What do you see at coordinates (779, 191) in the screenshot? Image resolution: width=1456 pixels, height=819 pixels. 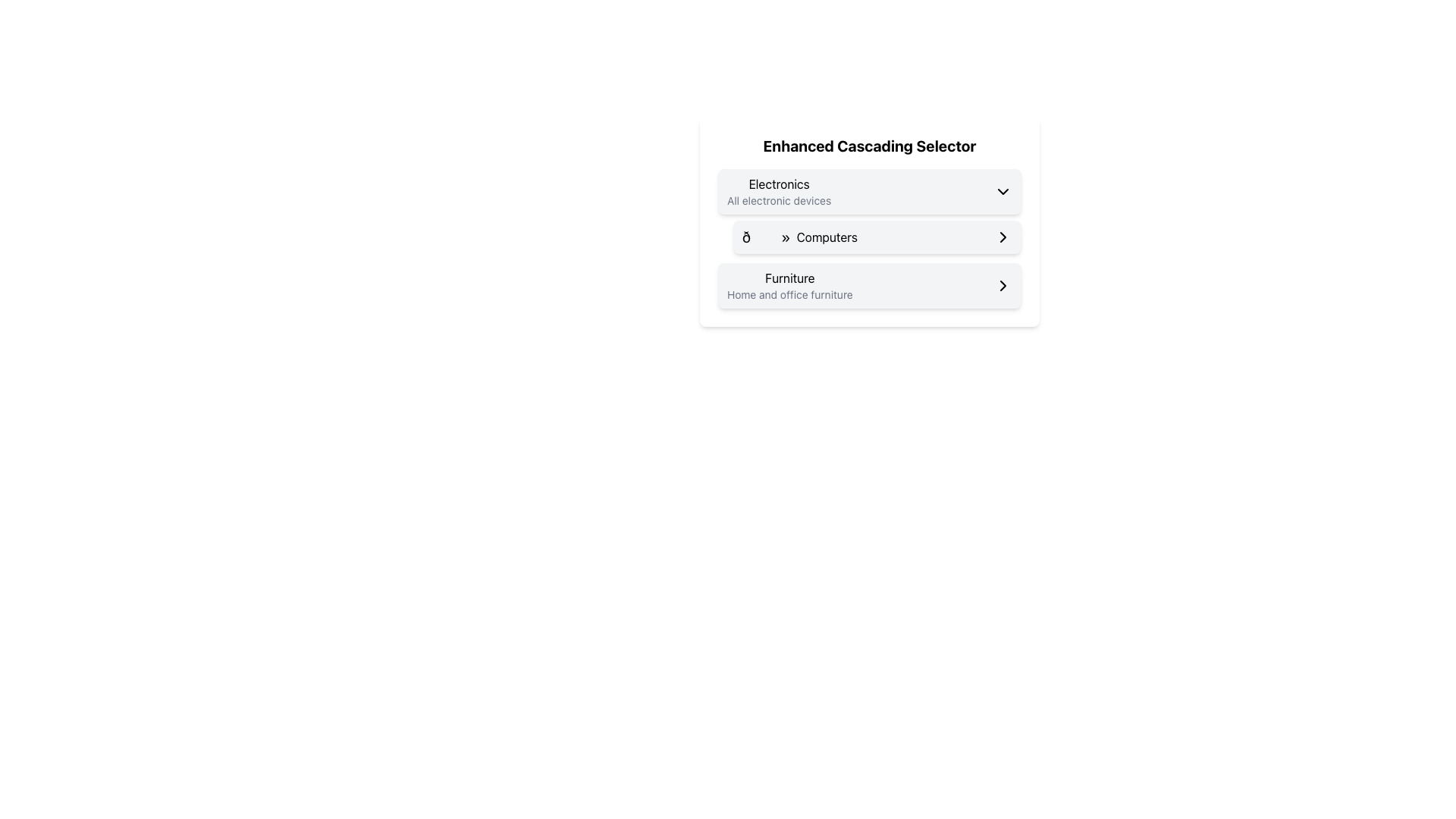 I see `the label titled 'Electronics' which contains the description 'All electronic devices', positioned at the top of a vertical stack of options` at bounding box center [779, 191].